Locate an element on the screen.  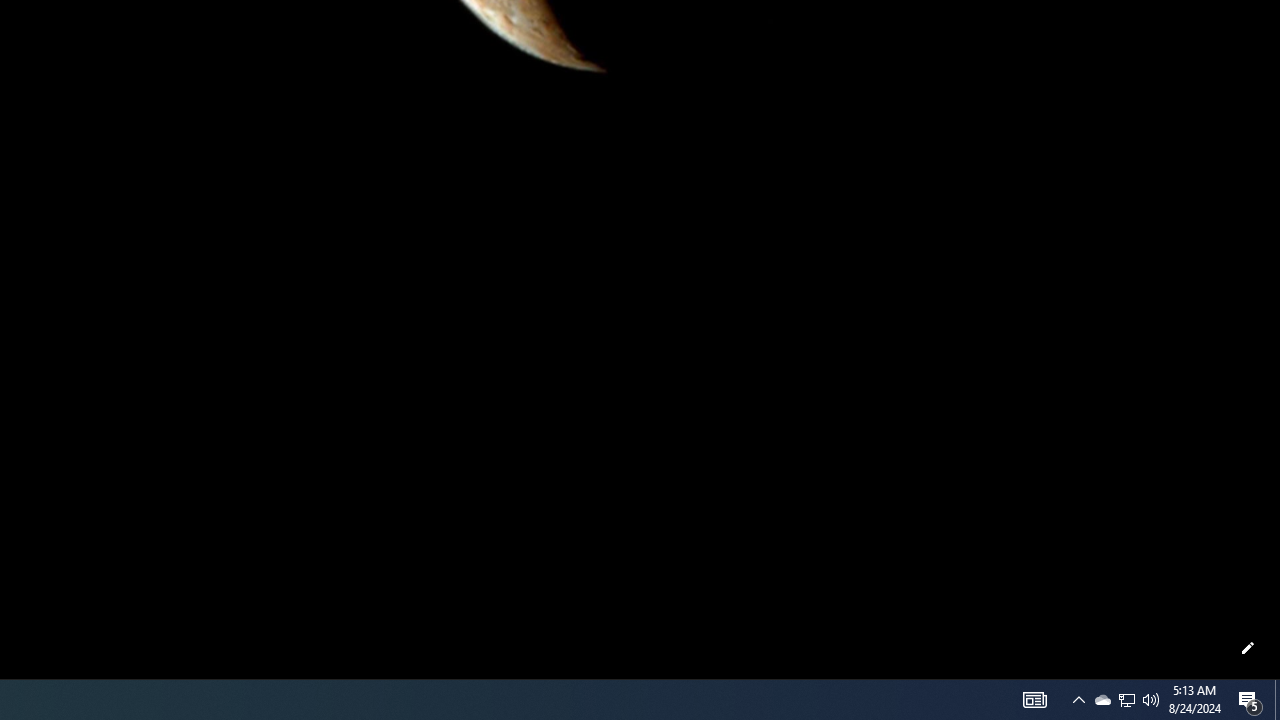
'Customize this page' is located at coordinates (1247, 648).